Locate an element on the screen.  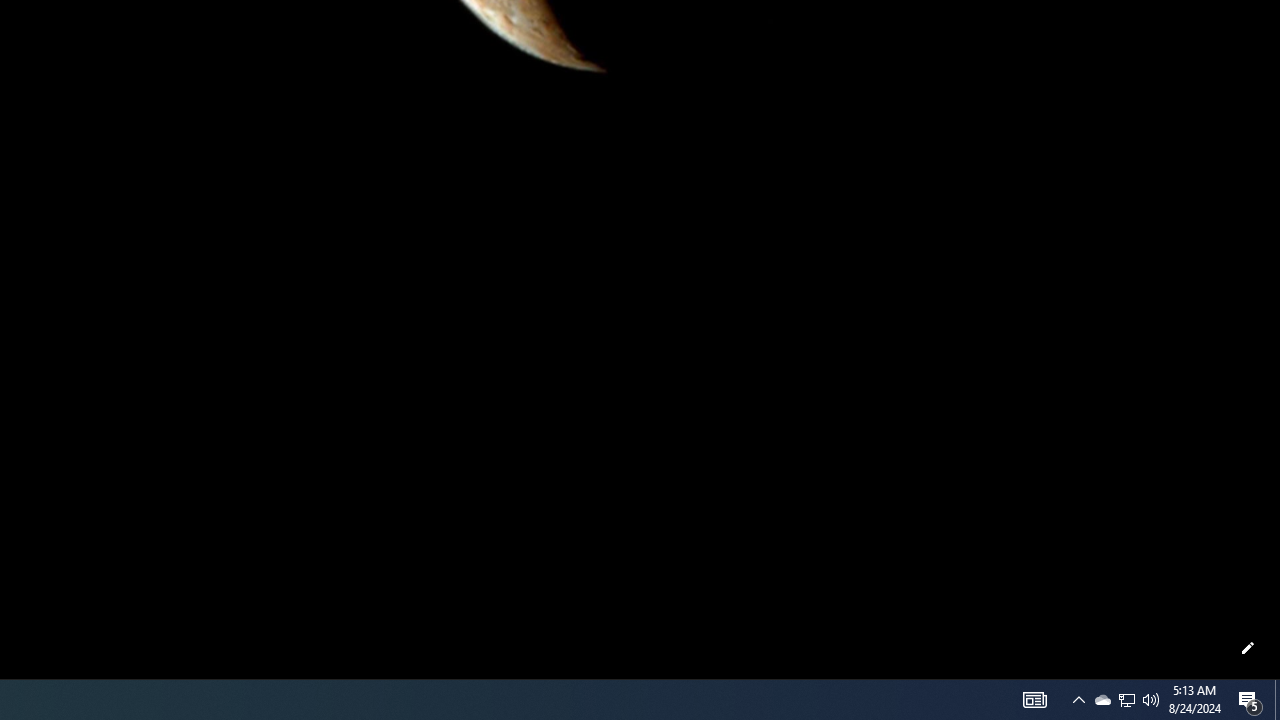
'Customize this page' is located at coordinates (1247, 648).